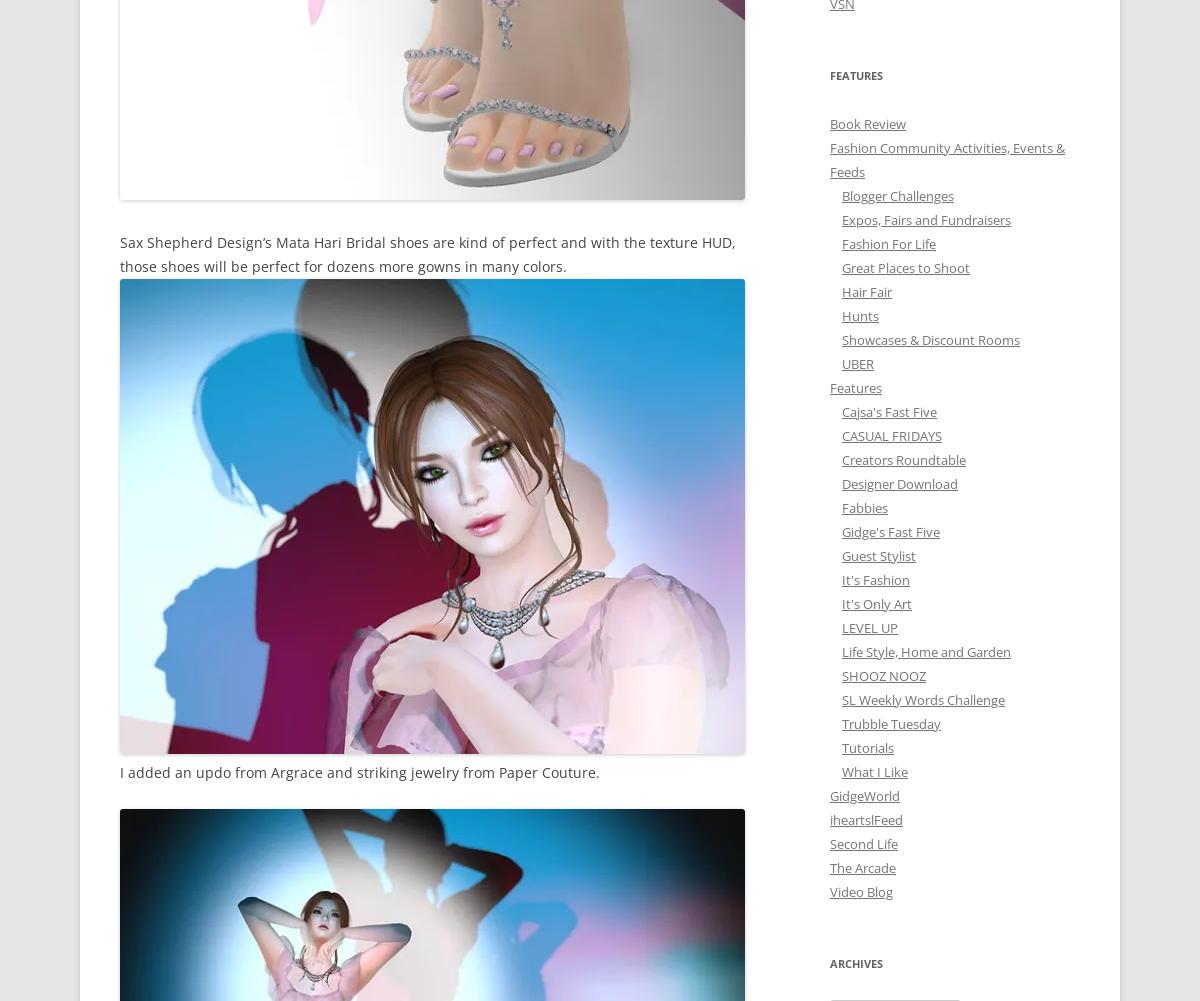 Image resolution: width=1200 pixels, height=1001 pixels. Describe the element at coordinates (874, 770) in the screenshot. I see `'What I Like'` at that location.